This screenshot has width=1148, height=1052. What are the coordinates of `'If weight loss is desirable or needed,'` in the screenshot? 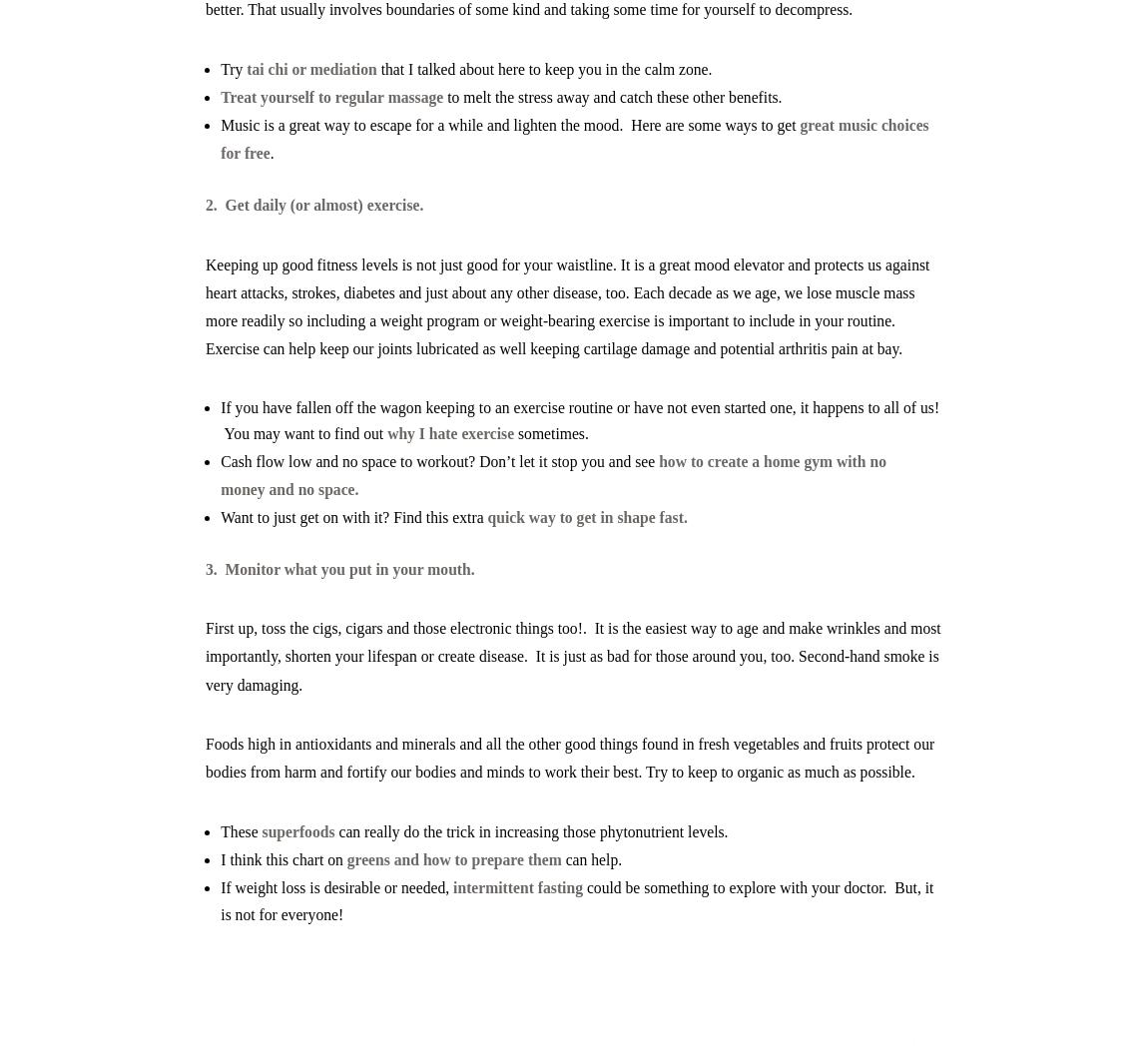 It's located at (336, 887).